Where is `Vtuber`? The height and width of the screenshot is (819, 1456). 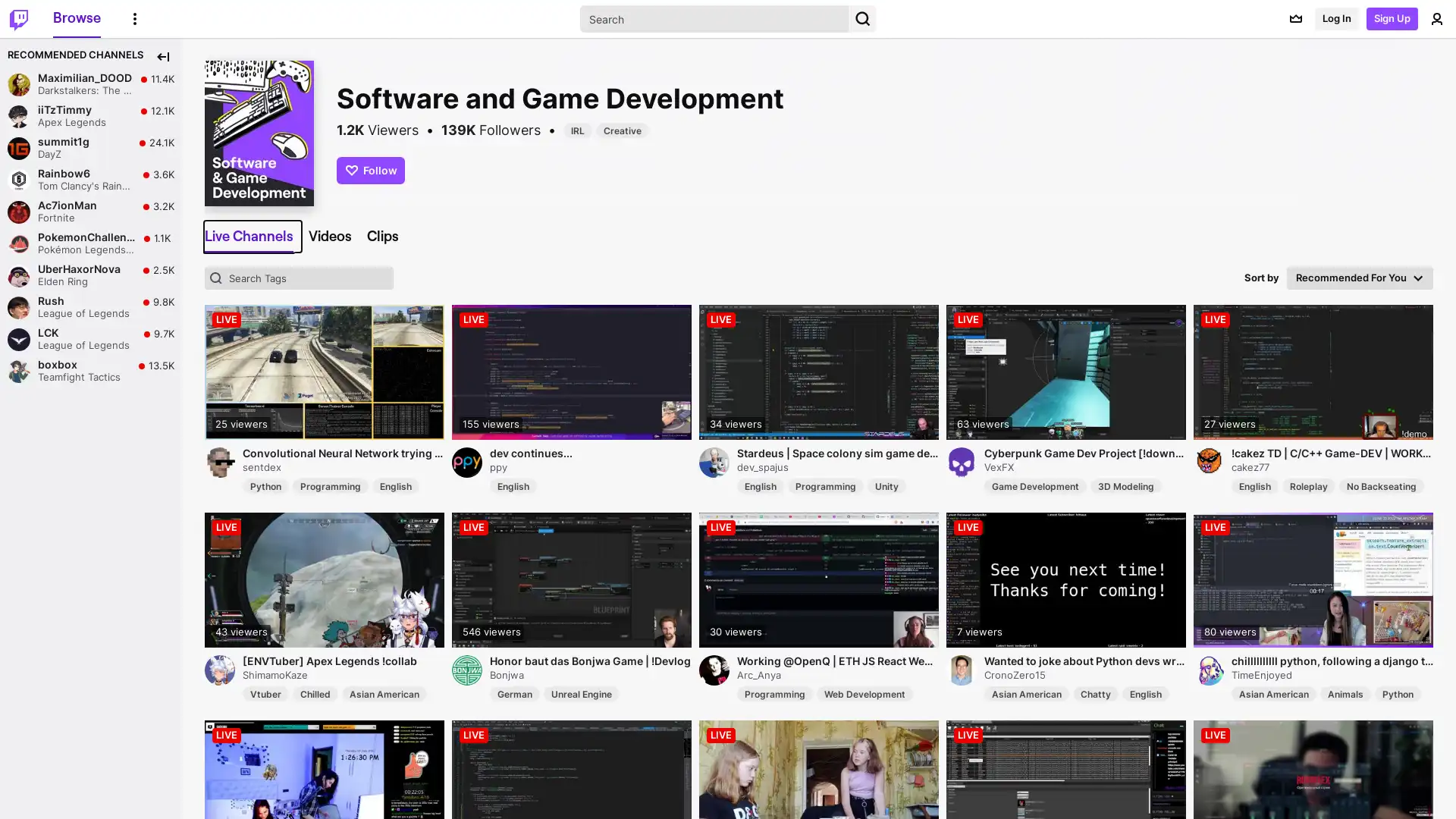
Vtuber is located at coordinates (265, 693).